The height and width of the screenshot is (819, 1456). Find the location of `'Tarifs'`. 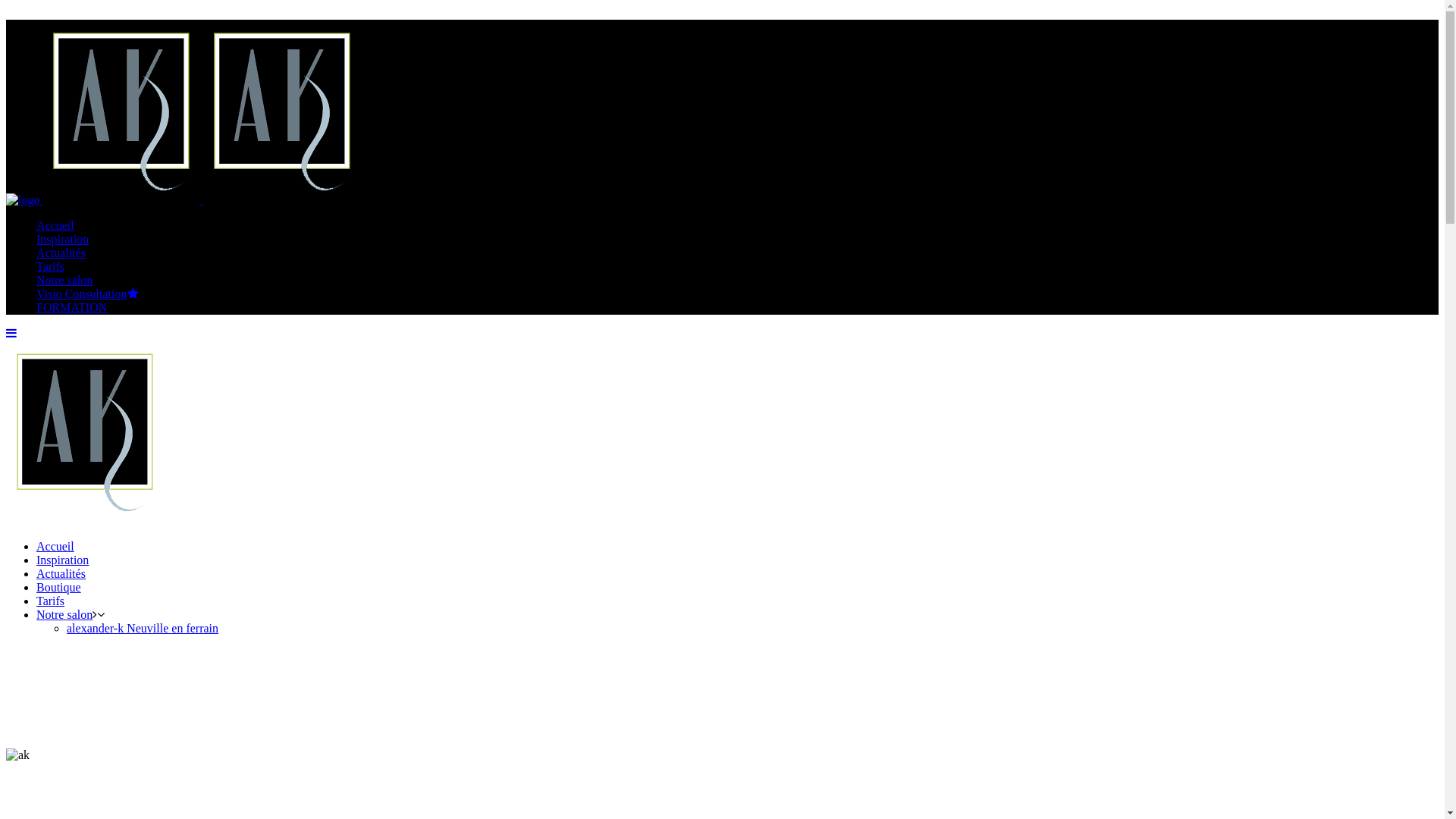

'Tarifs' is located at coordinates (36, 600).